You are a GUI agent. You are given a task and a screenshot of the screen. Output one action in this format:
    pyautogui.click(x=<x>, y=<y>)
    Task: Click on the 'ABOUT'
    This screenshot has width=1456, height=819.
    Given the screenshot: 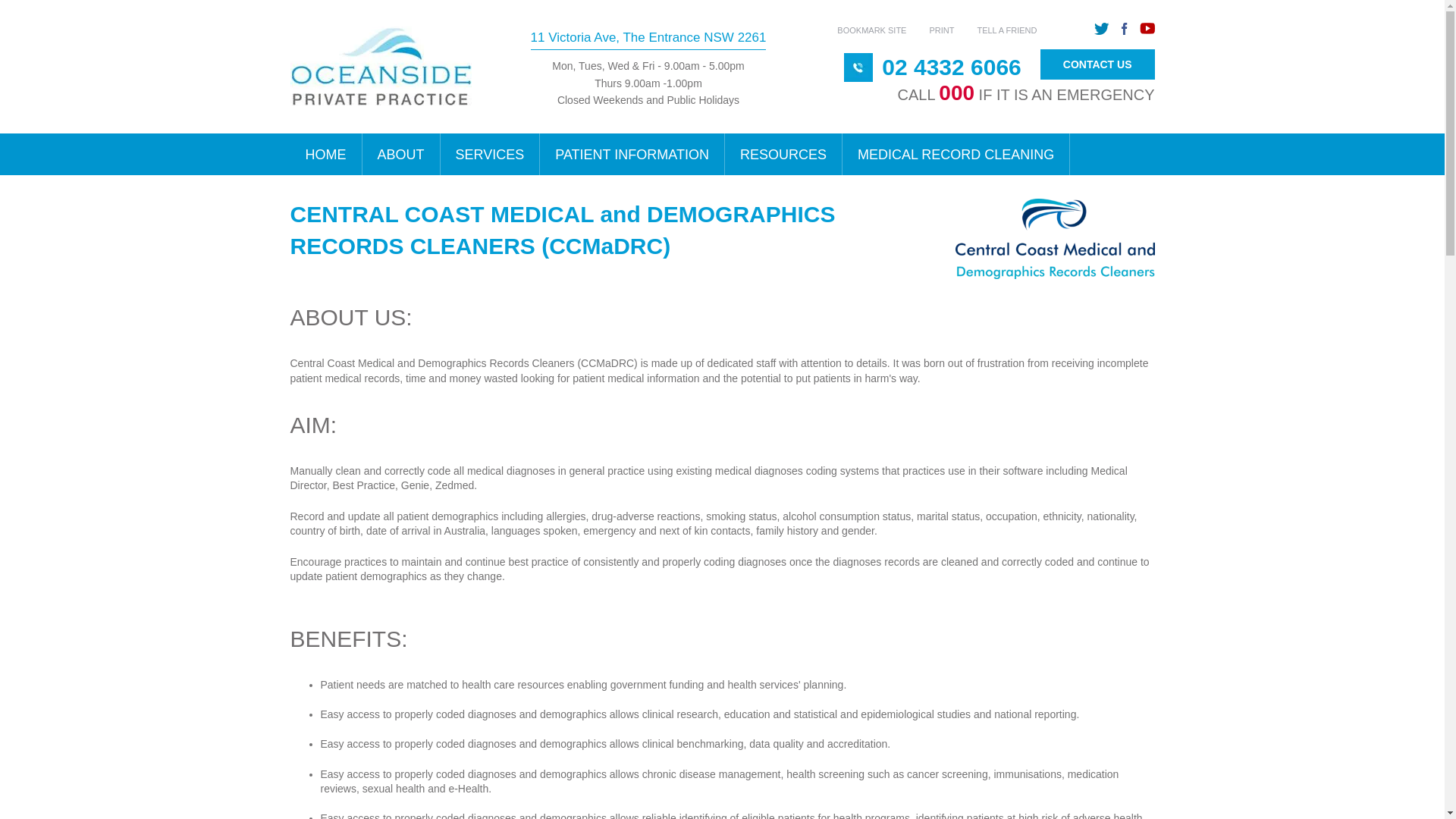 What is the action you would take?
    pyautogui.click(x=401, y=154)
    